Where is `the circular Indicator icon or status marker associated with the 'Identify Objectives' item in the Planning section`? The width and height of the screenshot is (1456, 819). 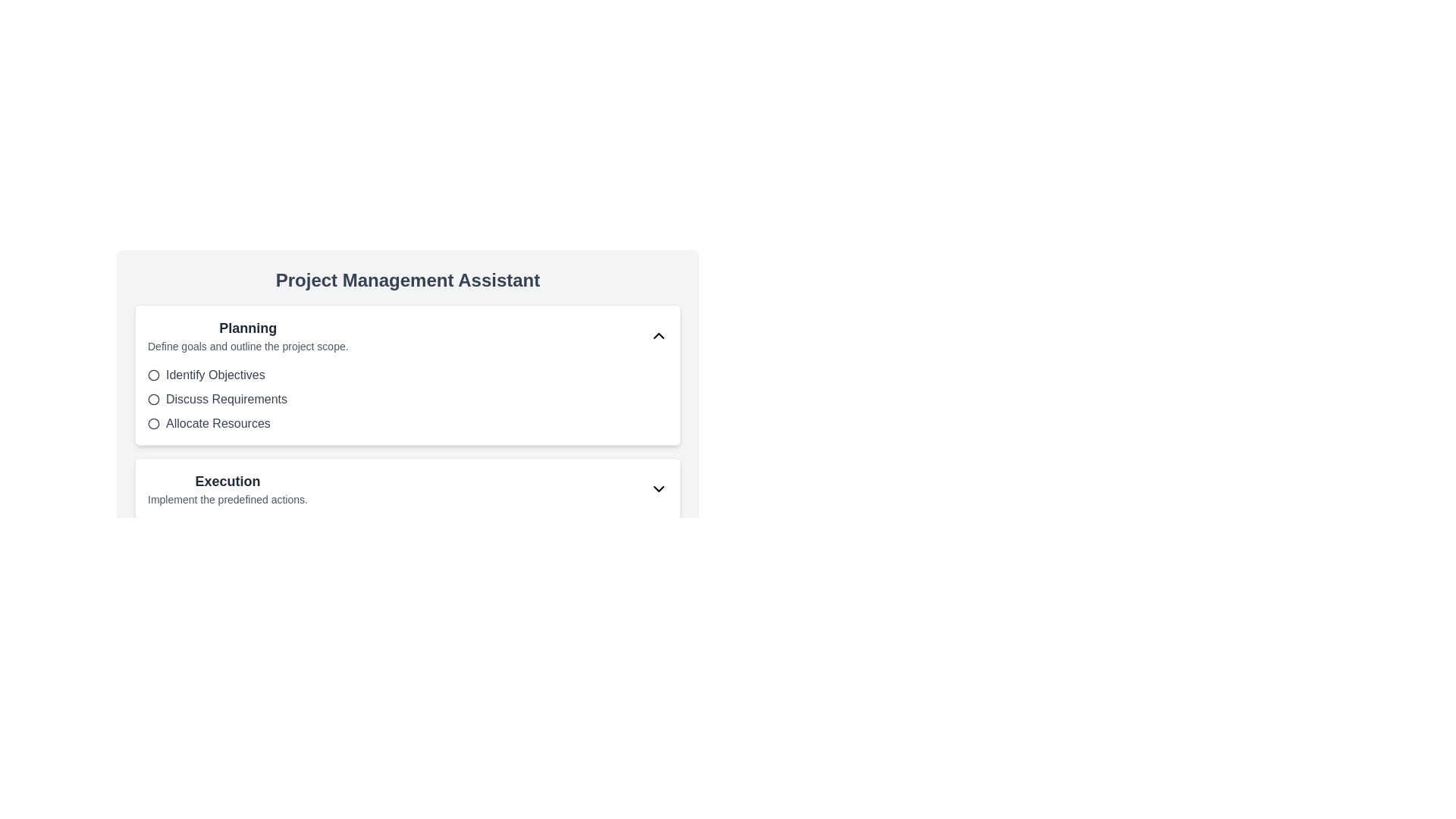
the circular Indicator icon or status marker associated with the 'Identify Objectives' item in the Planning section is located at coordinates (153, 375).